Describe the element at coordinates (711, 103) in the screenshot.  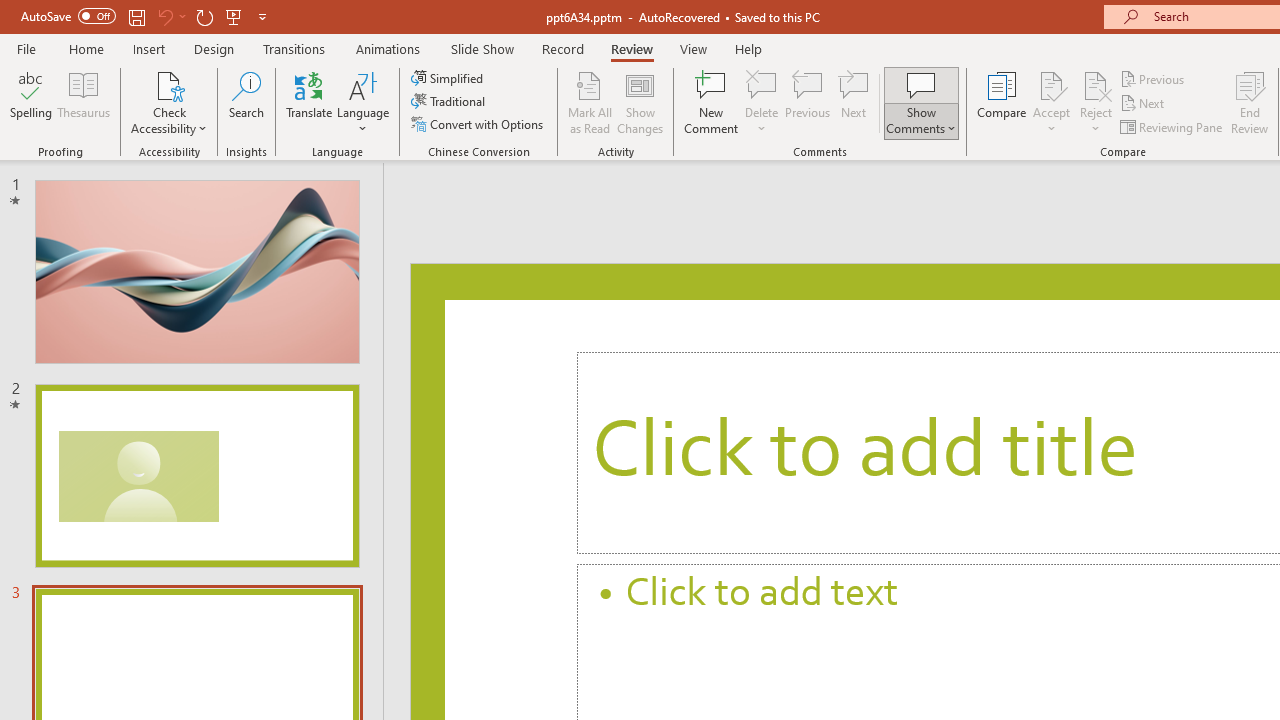
I see `'New Comment'` at that location.